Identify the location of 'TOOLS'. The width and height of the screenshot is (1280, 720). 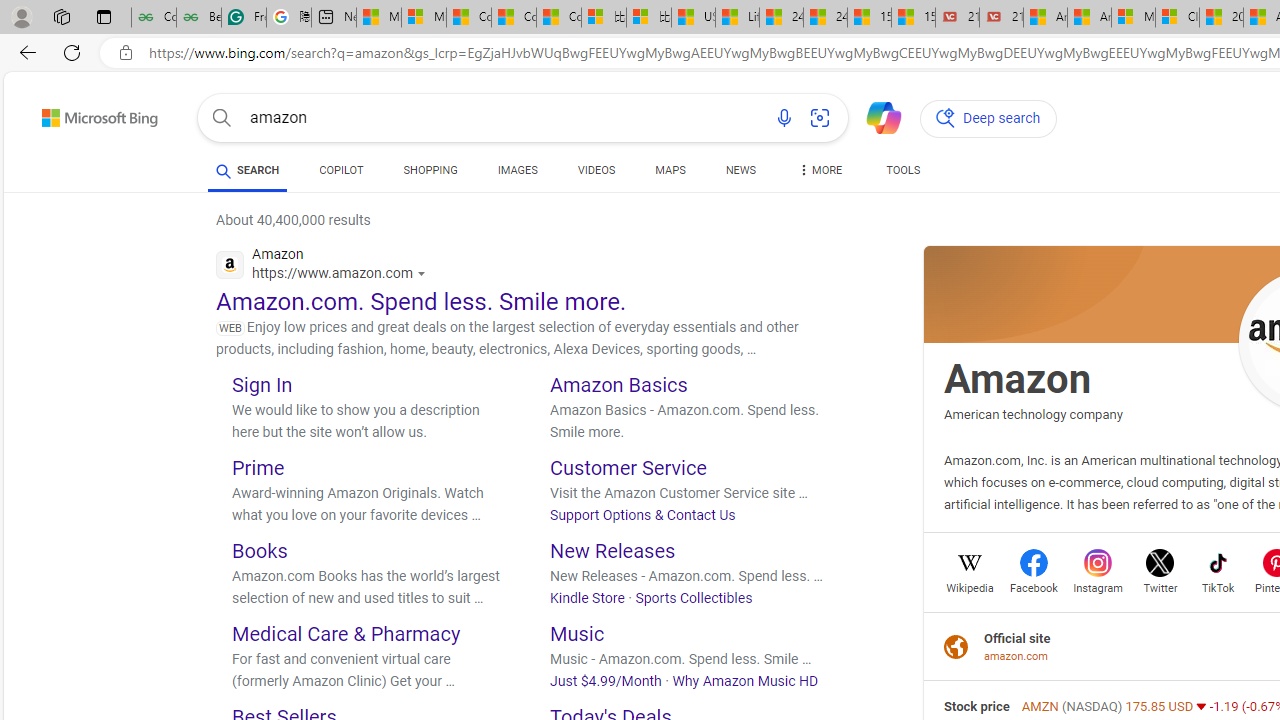
(902, 172).